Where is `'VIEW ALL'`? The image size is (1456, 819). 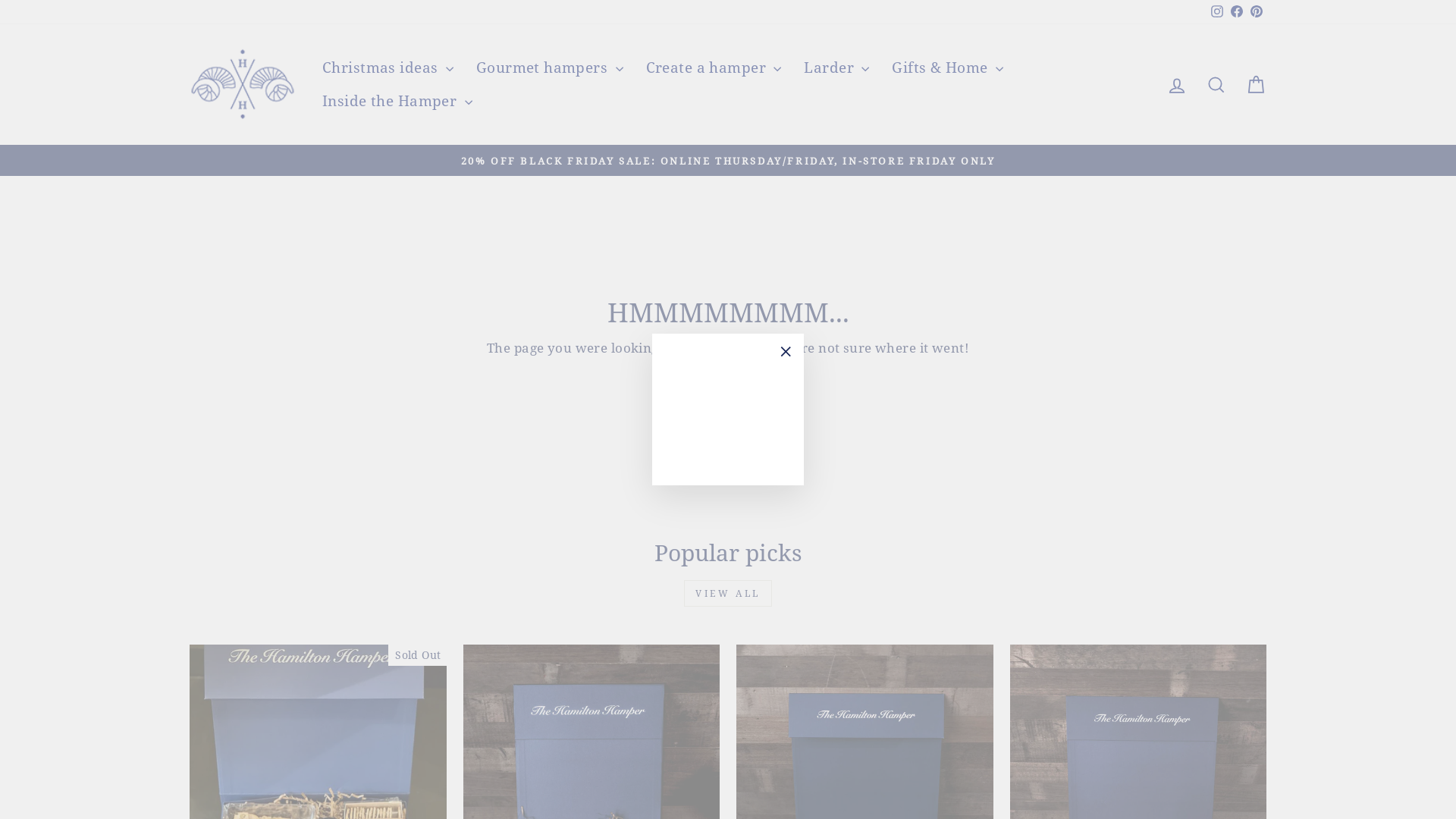 'VIEW ALL' is located at coordinates (728, 592).